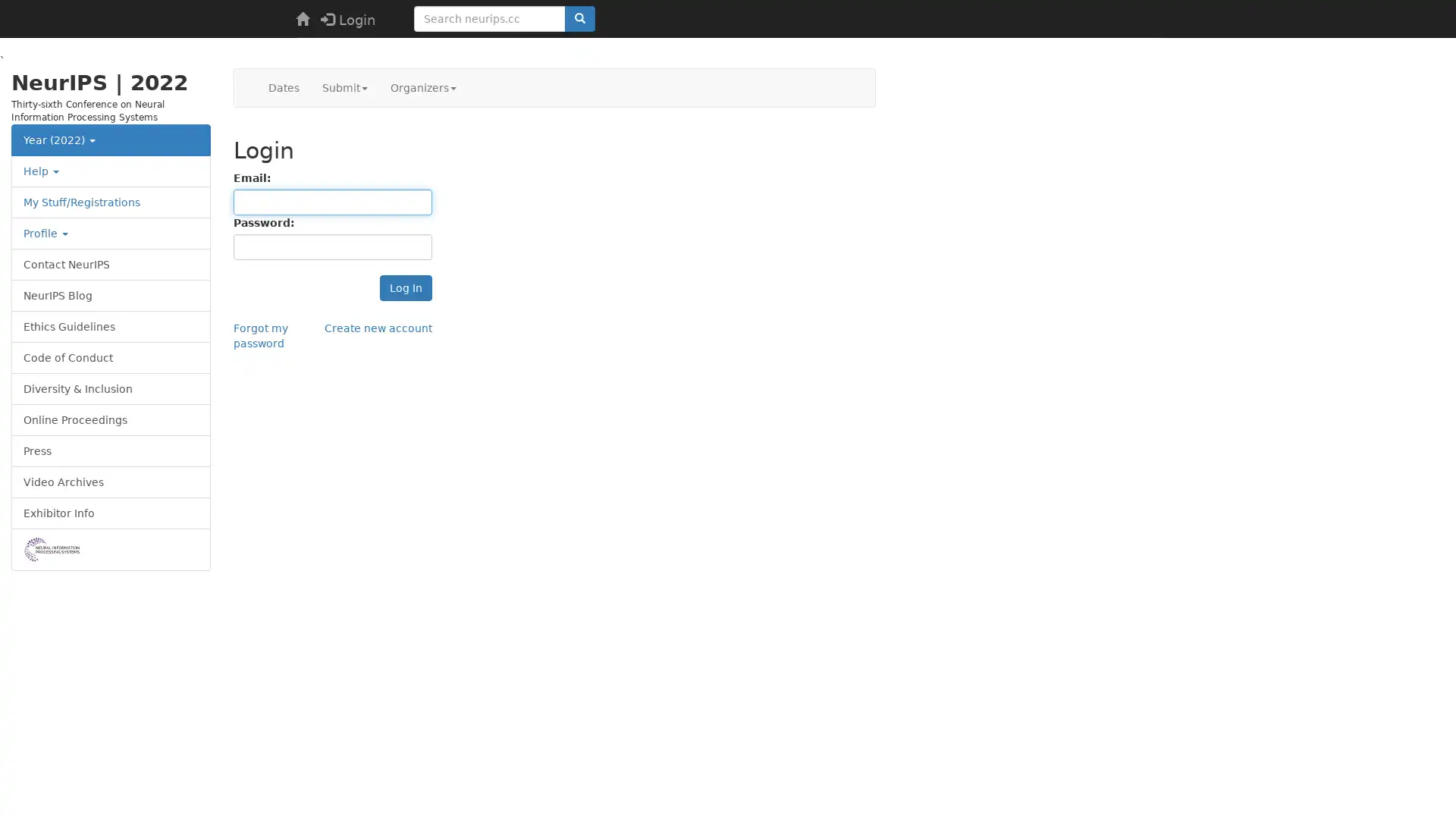 The width and height of the screenshot is (1456, 819). What do you see at coordinates (406, 288) in the screenshot?
I see `Log In` at bounding box center [406, 288].